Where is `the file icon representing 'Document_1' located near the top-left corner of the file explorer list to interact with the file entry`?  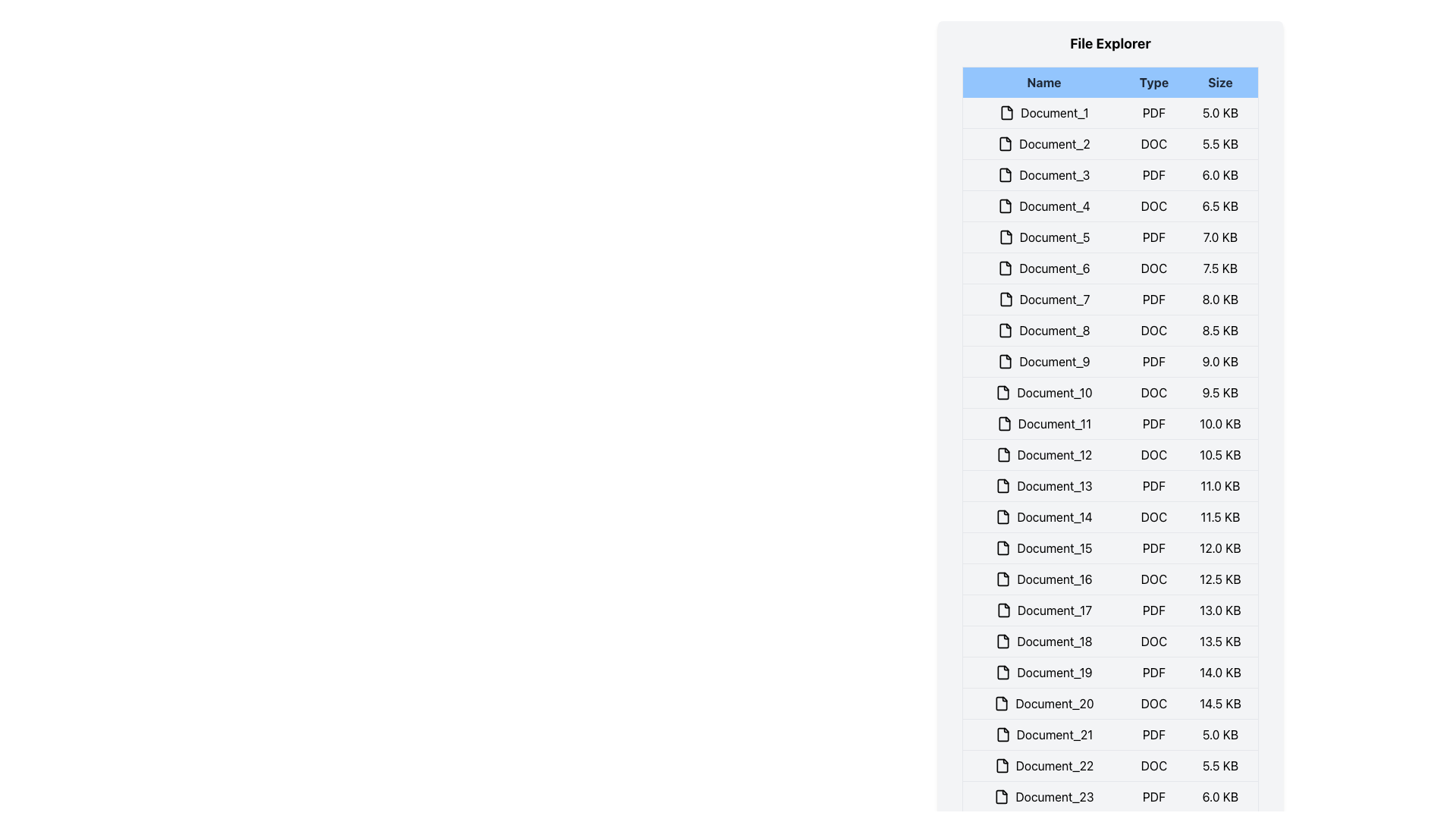 the file icon representing 'Document_1' located near the top-left corner of the file explorer list to interact with the file entry is located at coordinates (1007, 112).